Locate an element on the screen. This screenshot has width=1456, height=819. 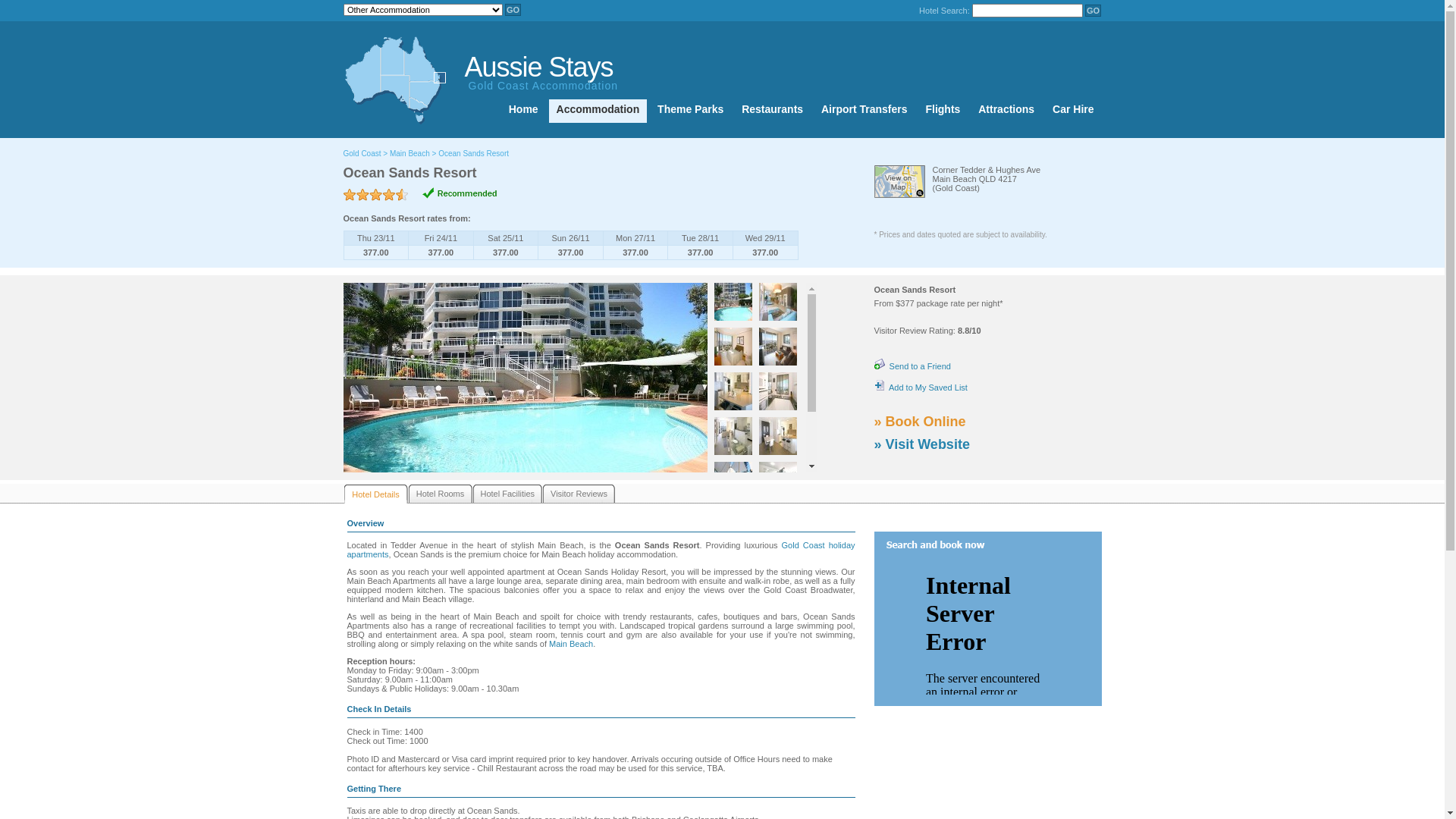
'Hotel Facilities' is located at coordinates (472, 494).